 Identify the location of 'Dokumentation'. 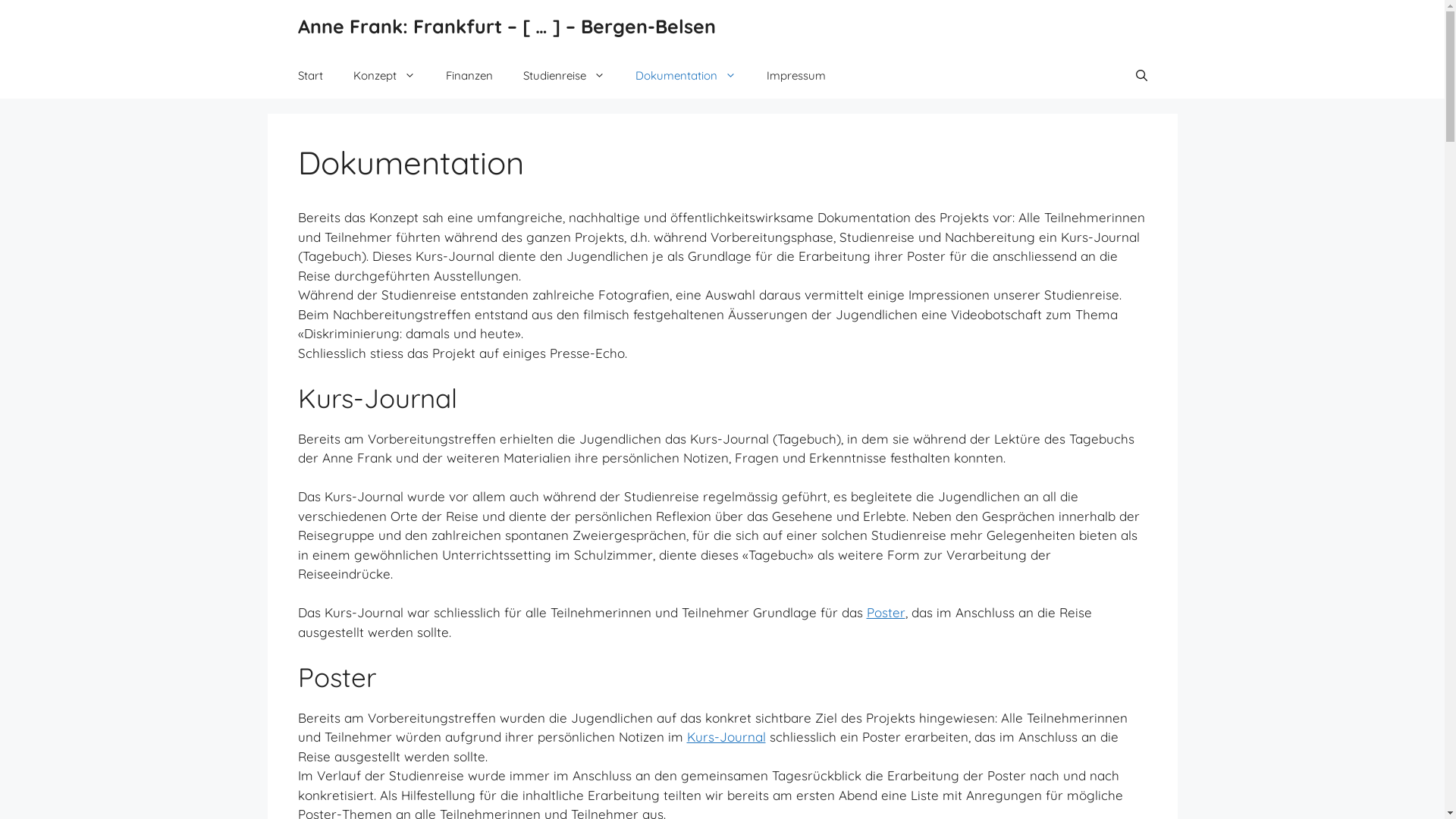
(685, 76).